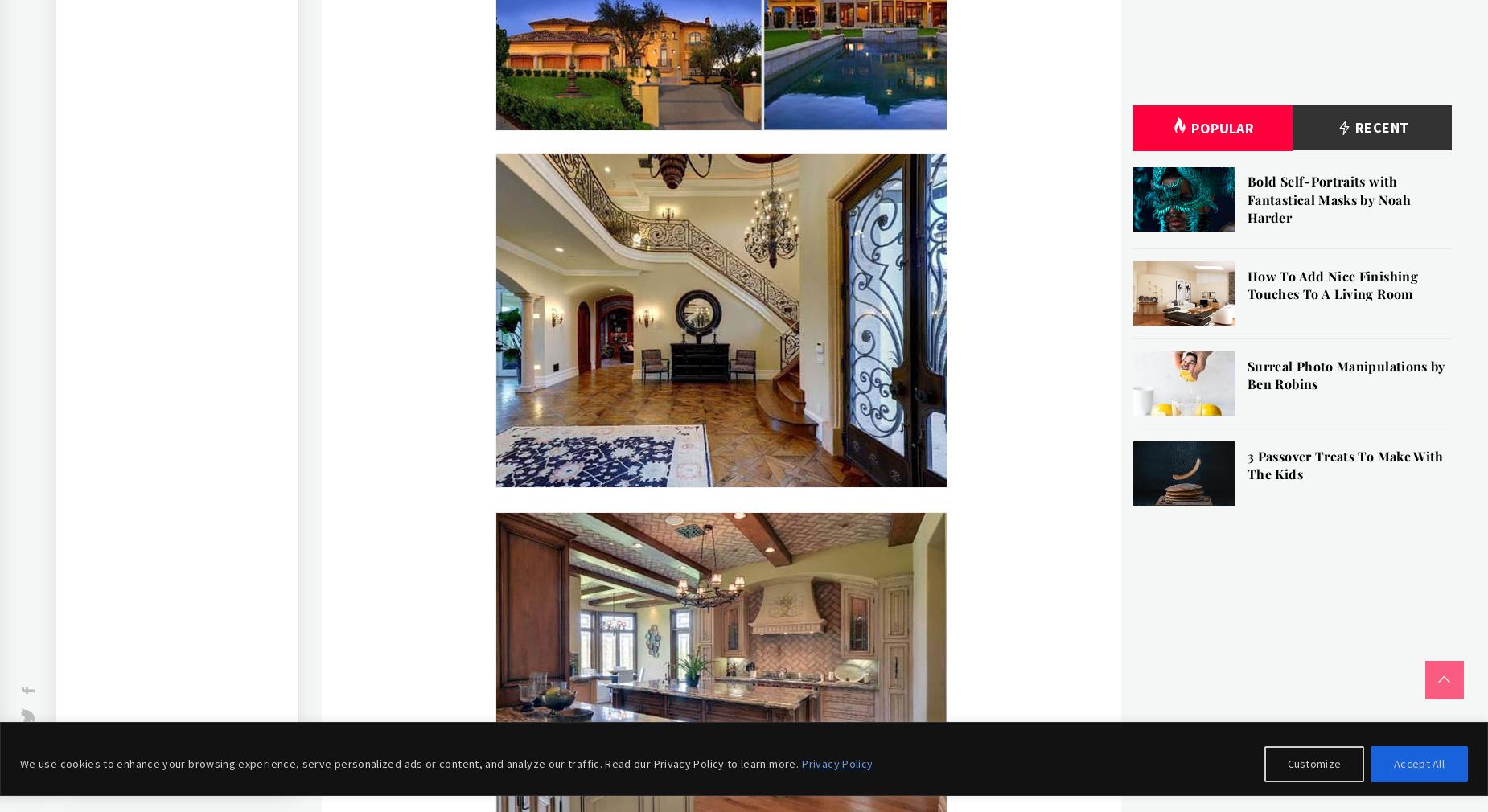 This screenshot has height=812, width=1488. I want to click on 'Recent', so click(1379, 126).